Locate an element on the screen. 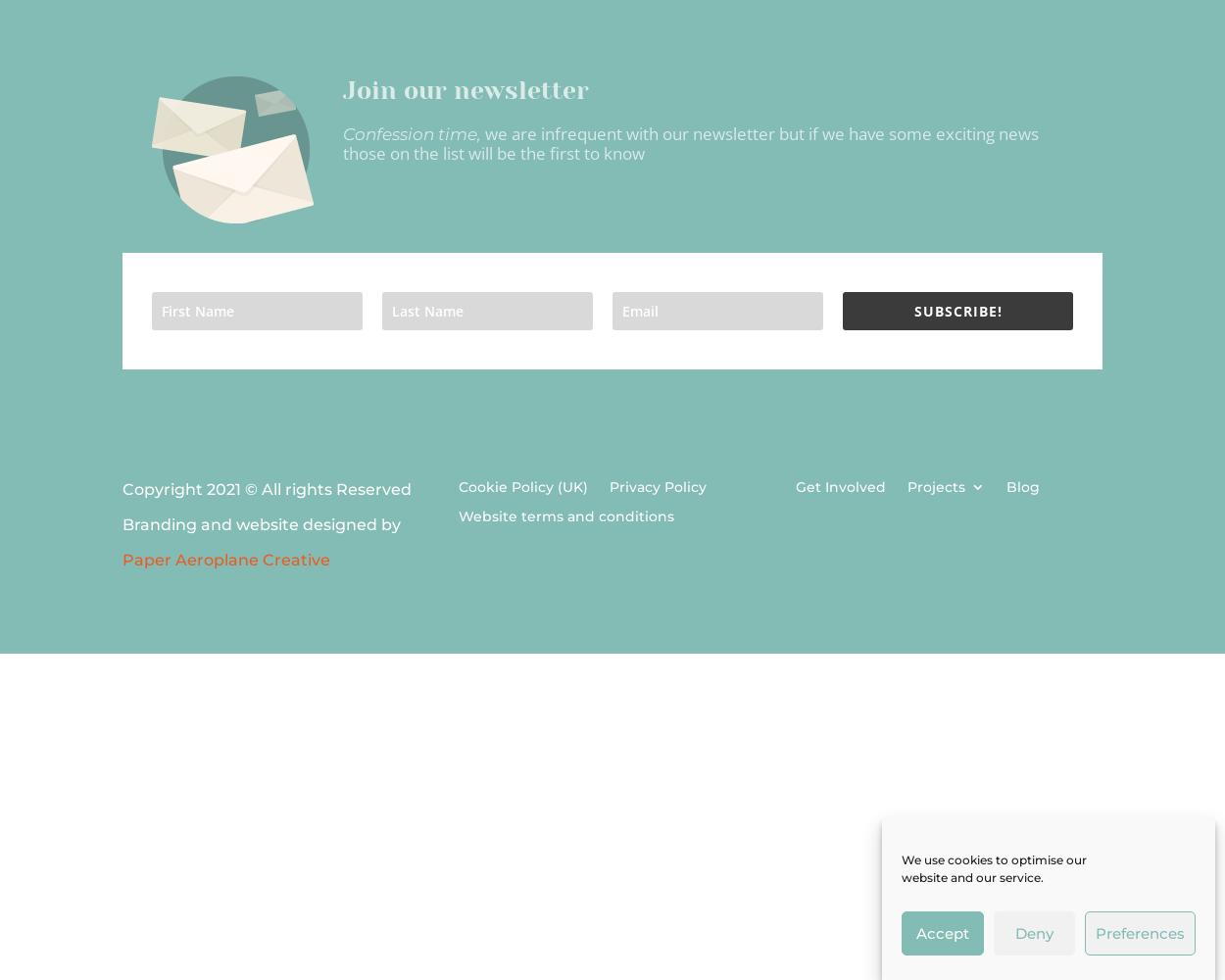 This screenshot has height=980, width=1225. 'Projects' is located at coordinates (934, 486).